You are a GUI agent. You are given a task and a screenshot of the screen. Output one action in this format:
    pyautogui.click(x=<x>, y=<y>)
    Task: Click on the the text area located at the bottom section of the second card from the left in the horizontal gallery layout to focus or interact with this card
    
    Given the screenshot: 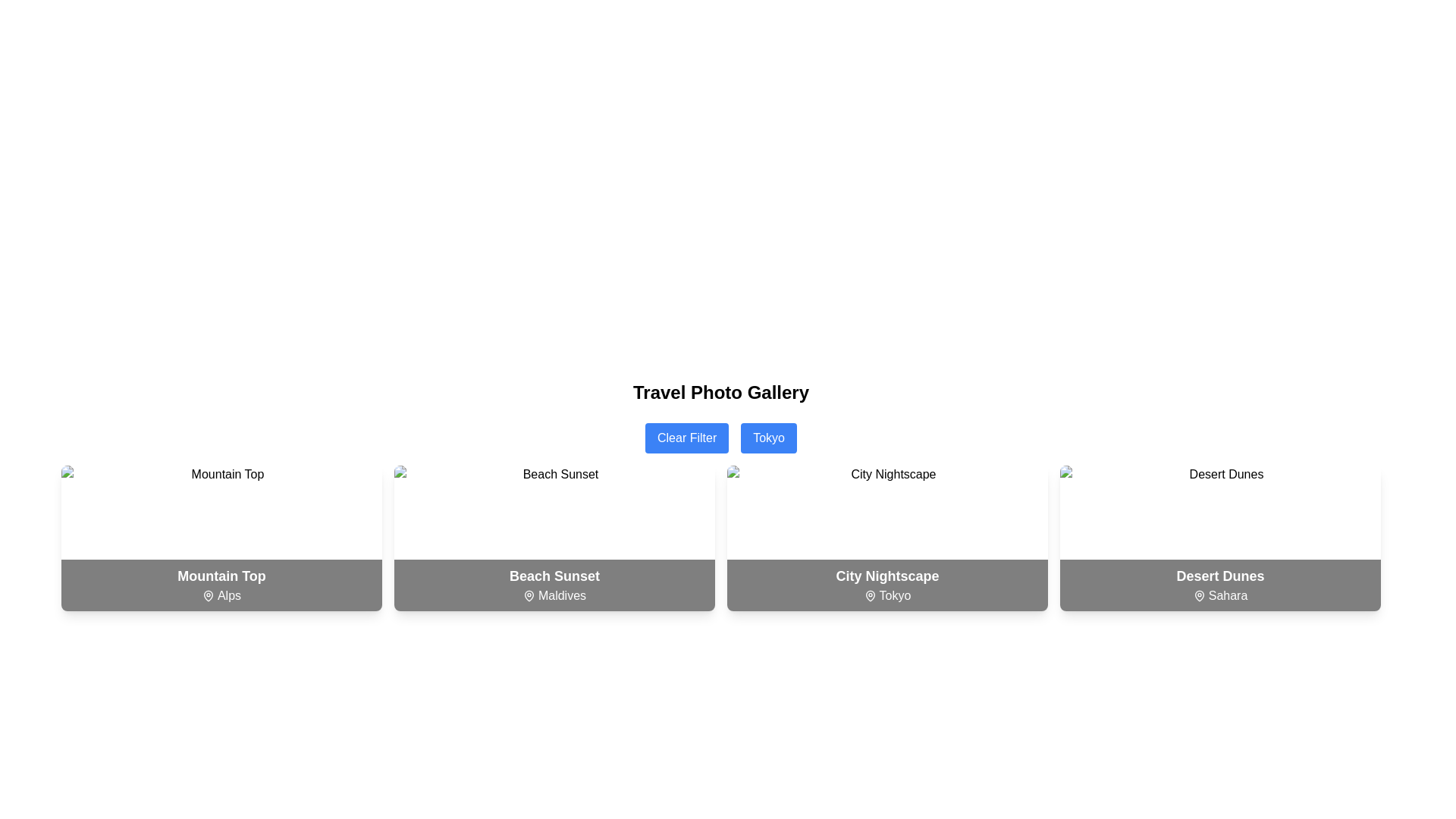 What is the action you would take?
    pyautogui.click(x=554, y=584)
    